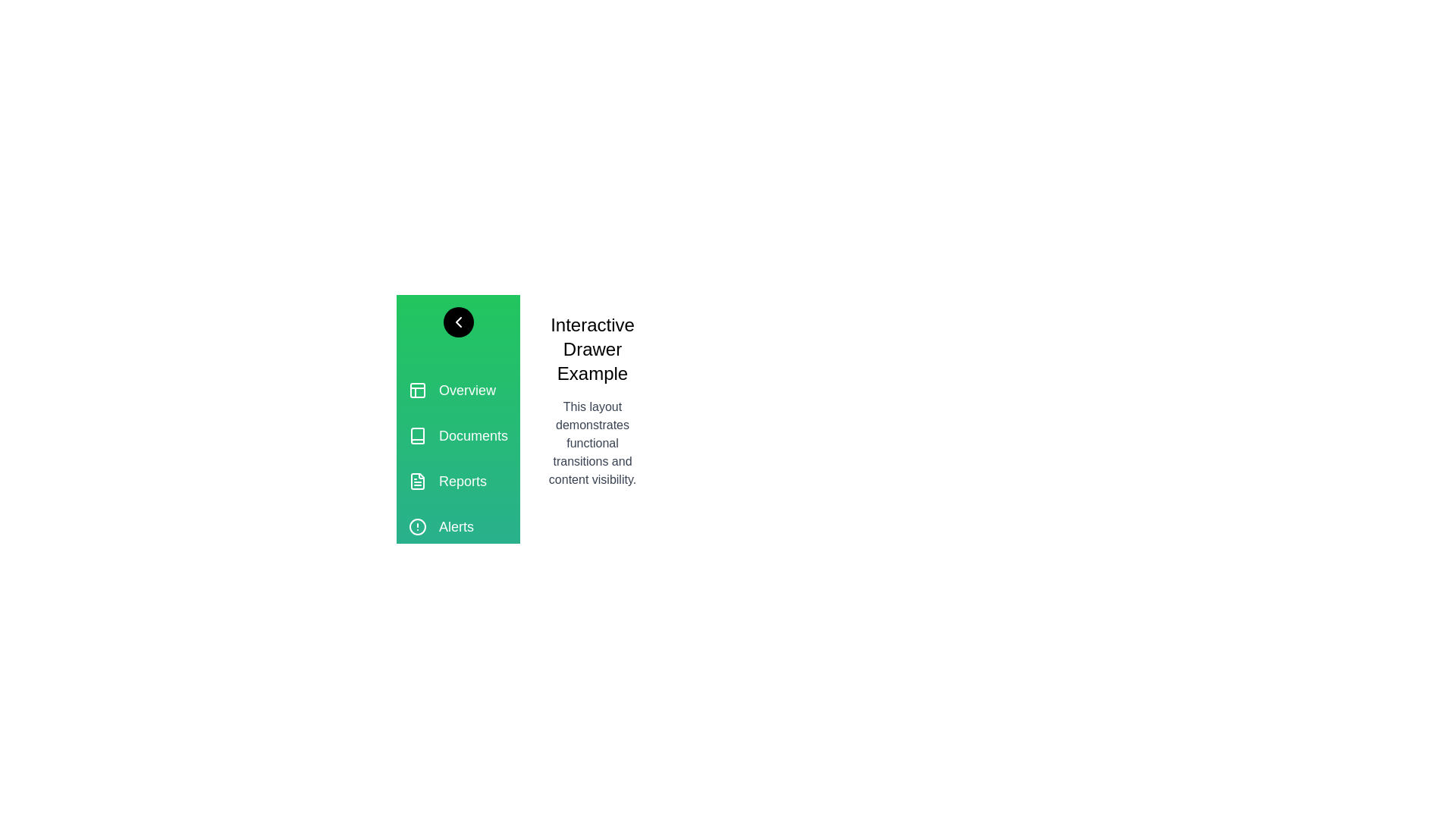 The image size is (1456, 819). What do you see at coordinates (457, 321) in the screenshot?
I see `button at the top of the drawer to toggle its state` at bounding box center [457, 321].